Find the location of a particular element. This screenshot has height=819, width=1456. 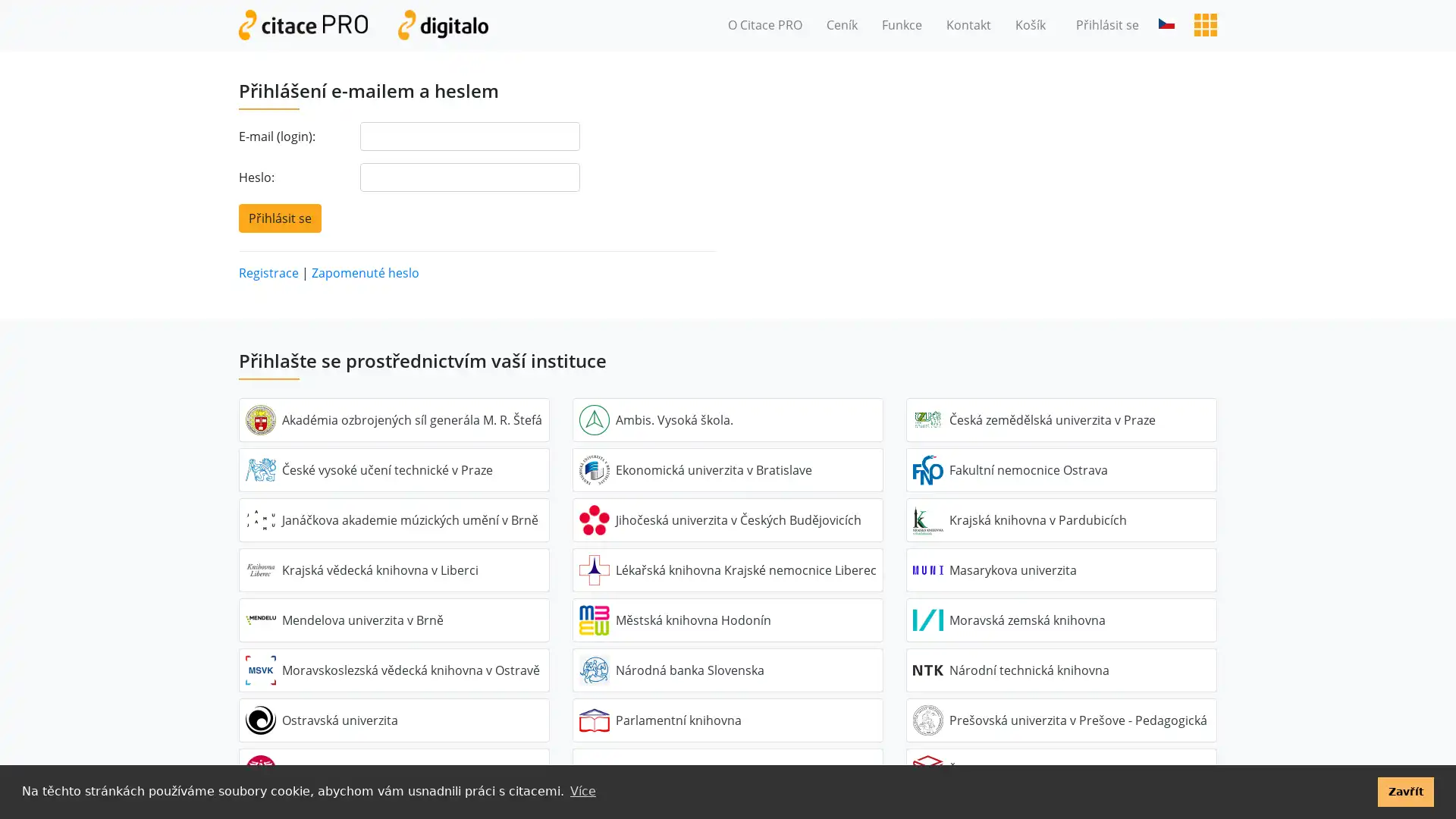

learn more about cookies is located at coordinates (582, 791).